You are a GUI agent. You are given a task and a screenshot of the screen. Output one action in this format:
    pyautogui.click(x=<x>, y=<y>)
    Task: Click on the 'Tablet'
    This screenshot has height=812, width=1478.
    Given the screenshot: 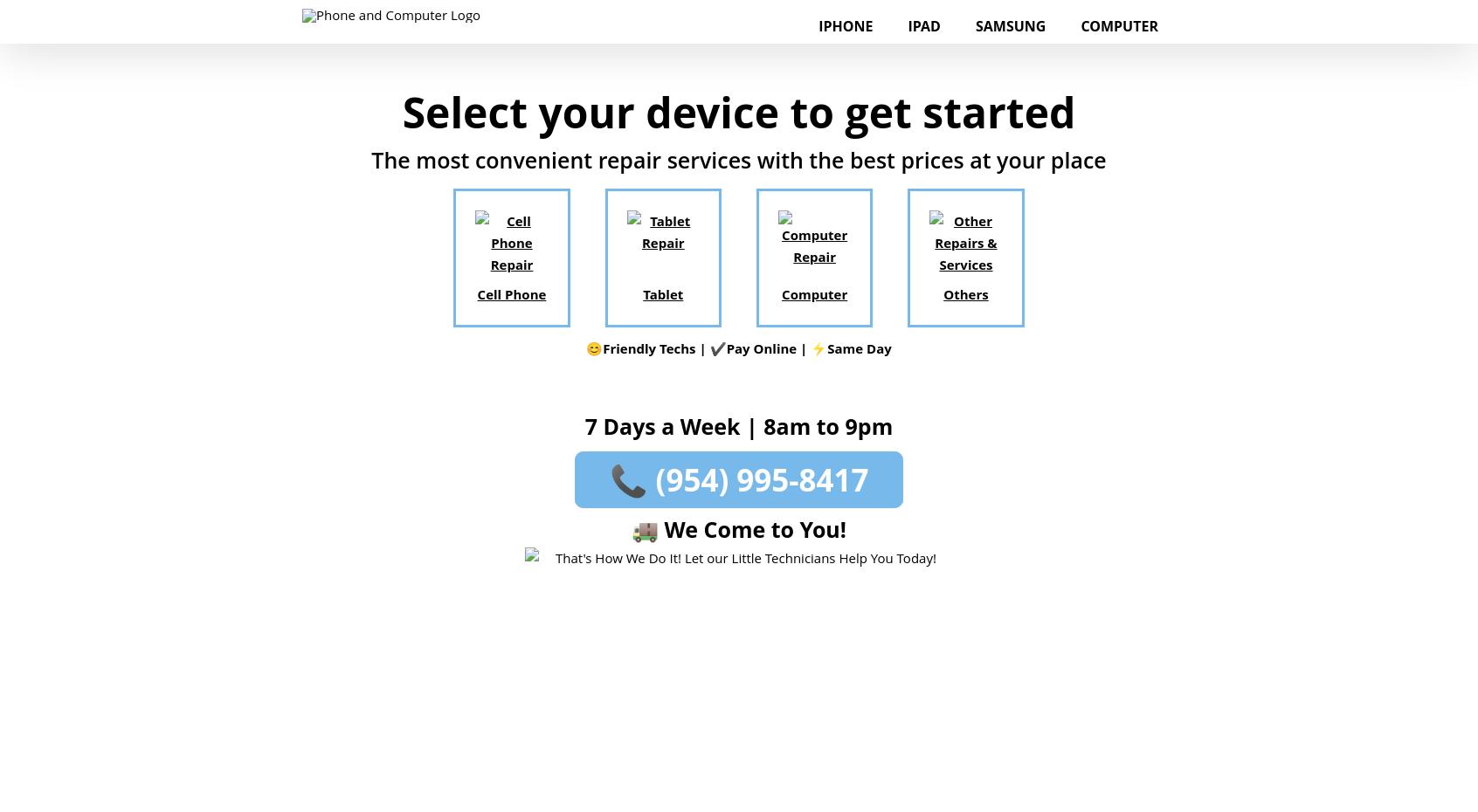 What is the action you would take?
    pyautogui.click(x=662, y=292)
    